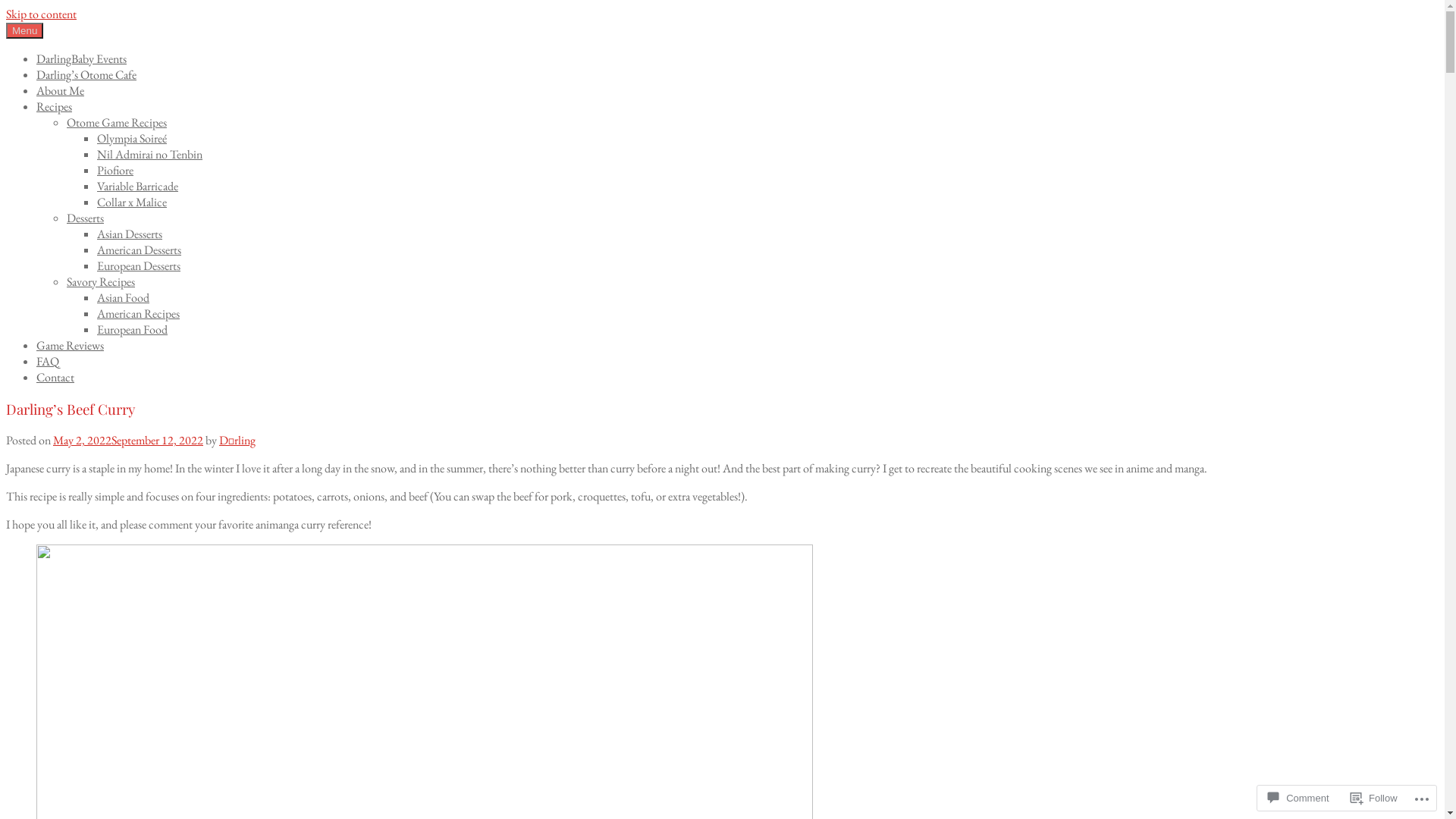 The image size is (1456, 819). Describe the element at coordinates (115, 121) in the screenshot. I see `'Otome Game Recipes'` at that location.